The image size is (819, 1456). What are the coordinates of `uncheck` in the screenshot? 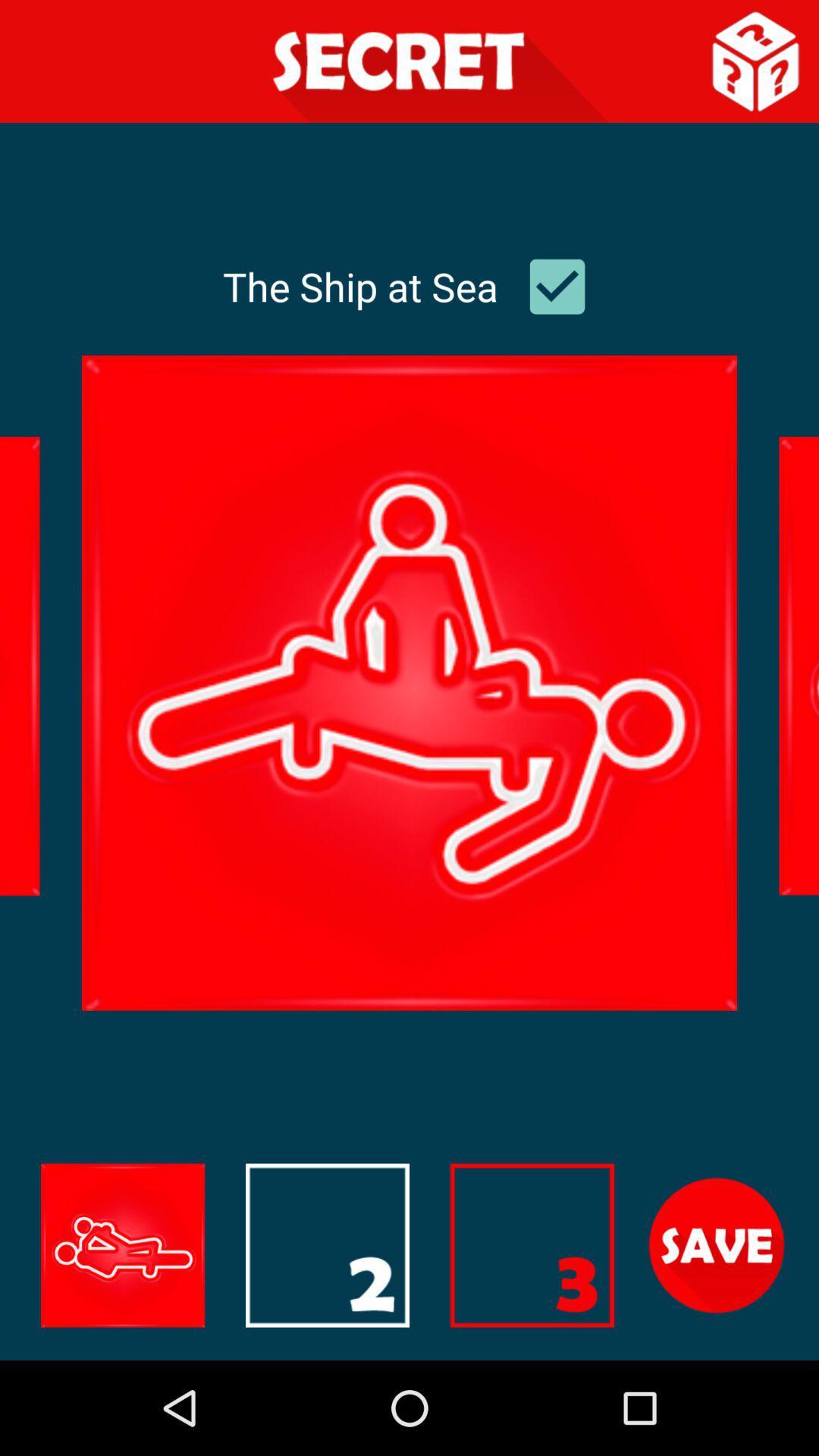 It's located at (557, 287).